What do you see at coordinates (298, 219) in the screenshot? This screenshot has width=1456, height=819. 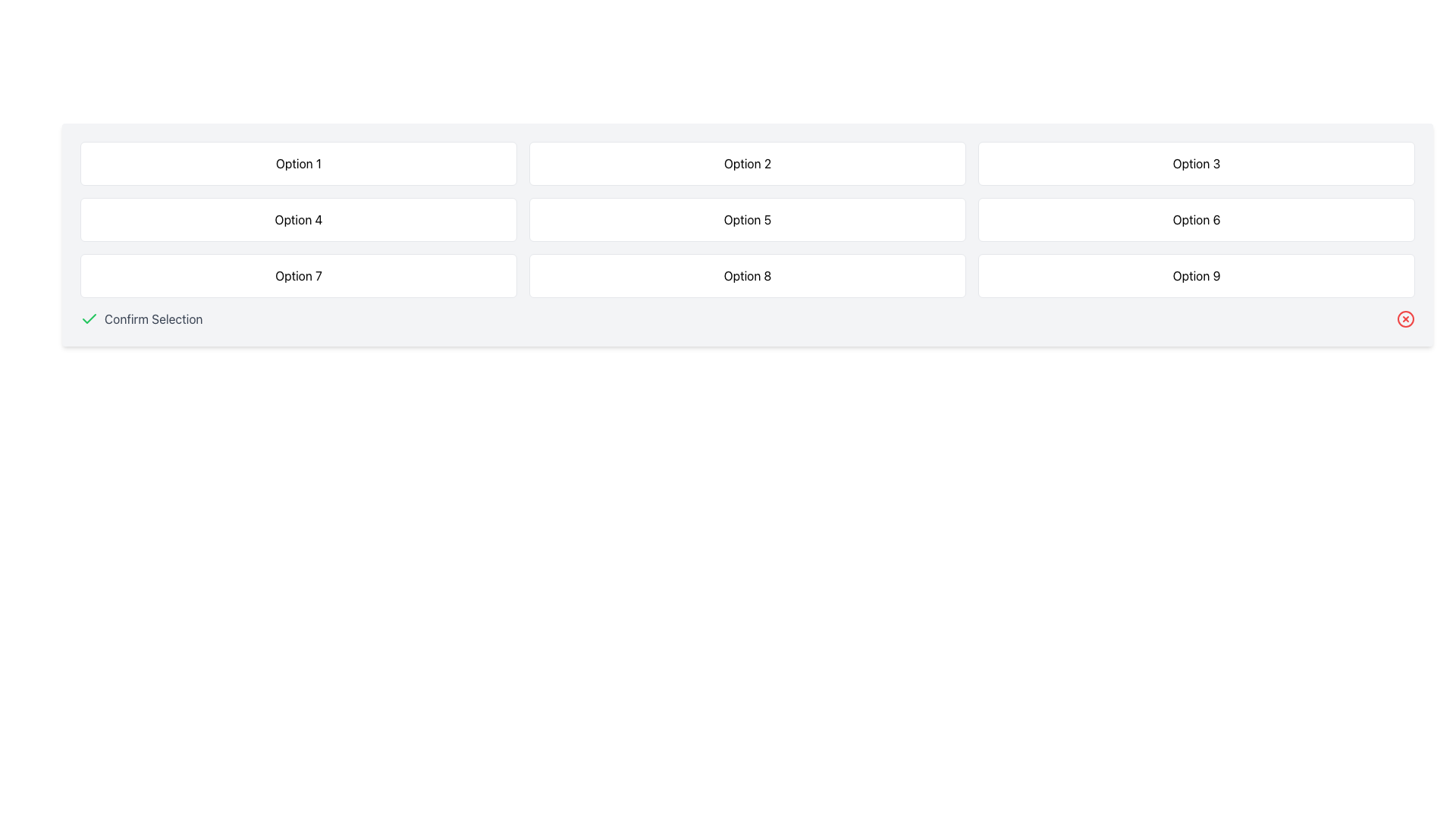 I see `the button labeled 'Option 4', which is a rectangular button with a white background and rounded corners` at bounding box center [298, 219].